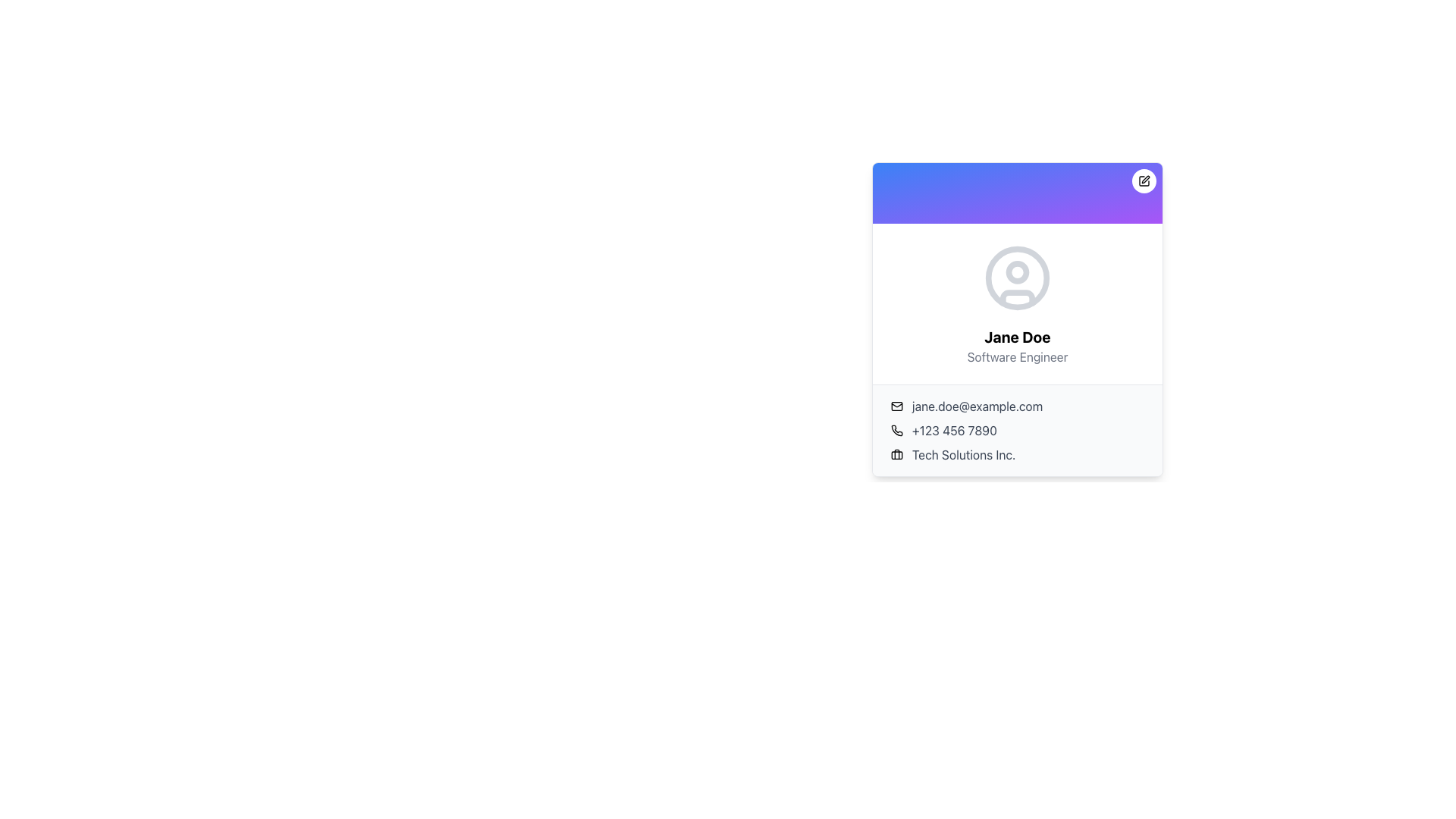  What do you see at coordinates (896, 406) in the screenshot?
I see `the SVG rectangle that represents the email icon next to 'jane.doe@example.com'` at bounding box center [896, 406].